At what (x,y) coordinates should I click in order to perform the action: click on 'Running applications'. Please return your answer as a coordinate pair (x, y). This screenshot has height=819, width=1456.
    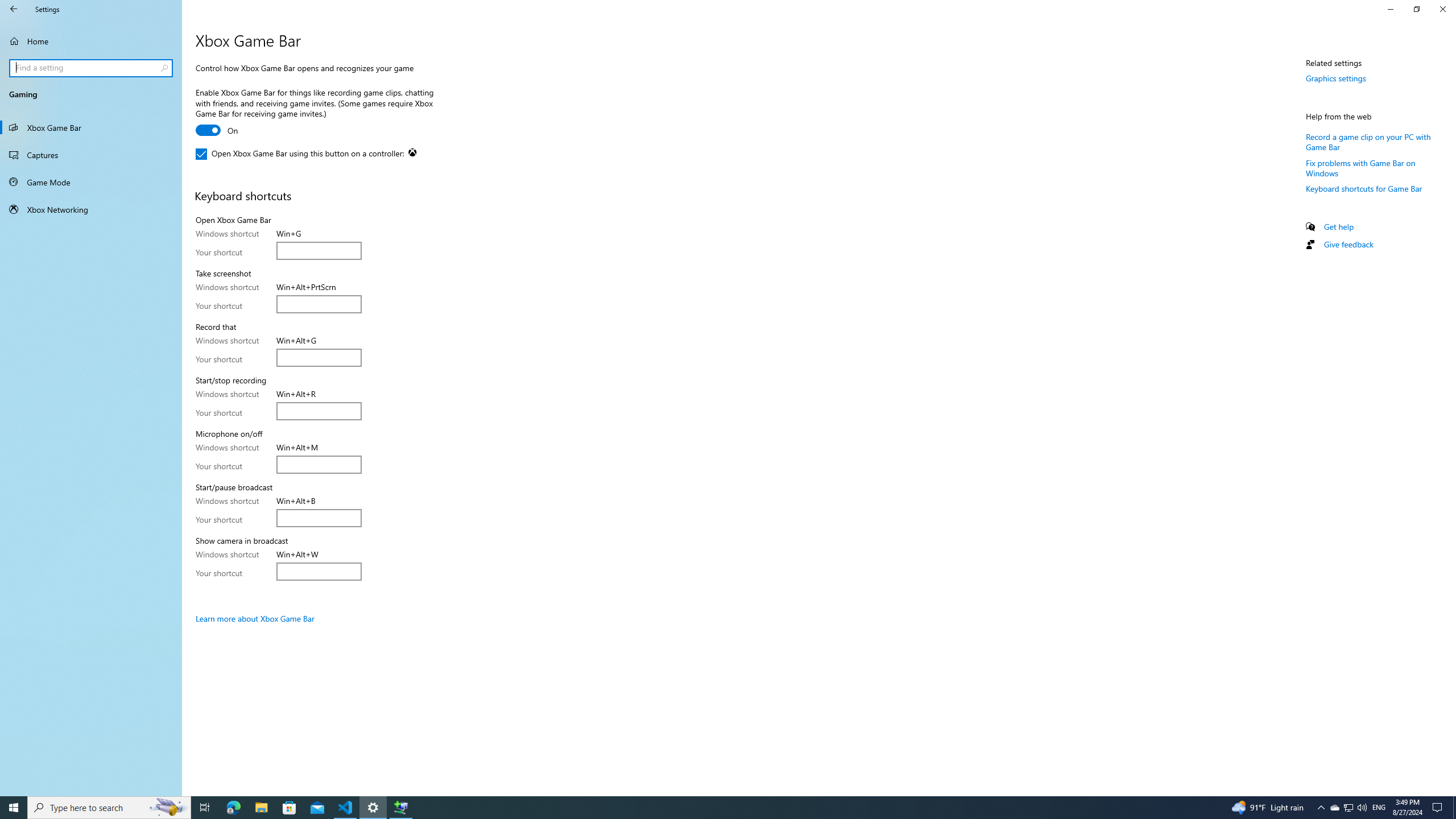
    Looking at the image, I should click on (706, 806).